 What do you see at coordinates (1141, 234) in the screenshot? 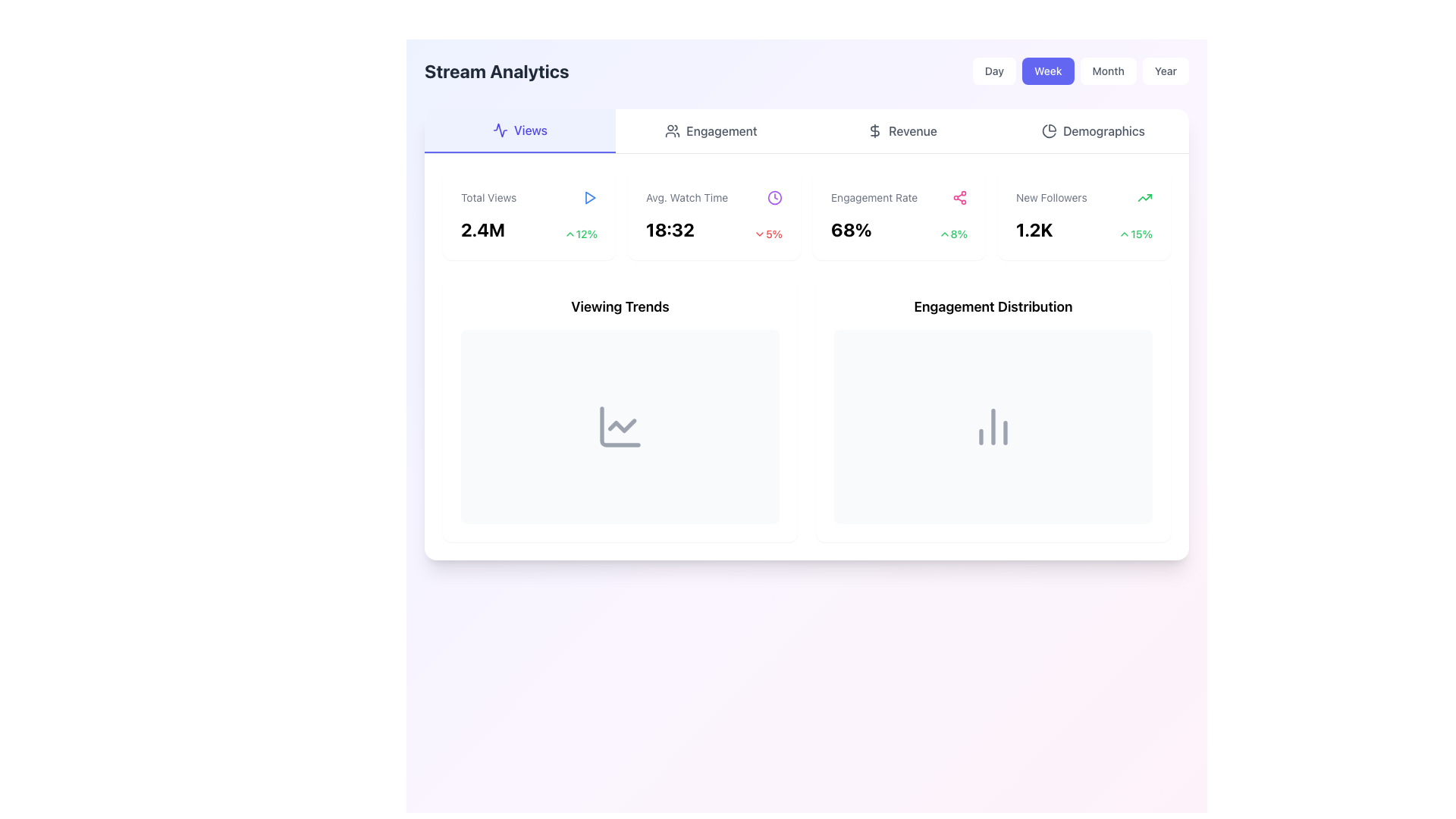
I see `the static text label displaying '15%' in green, which indicates positive growth and is part of the 'New Followers' card` at bounding box center [1141, 234].